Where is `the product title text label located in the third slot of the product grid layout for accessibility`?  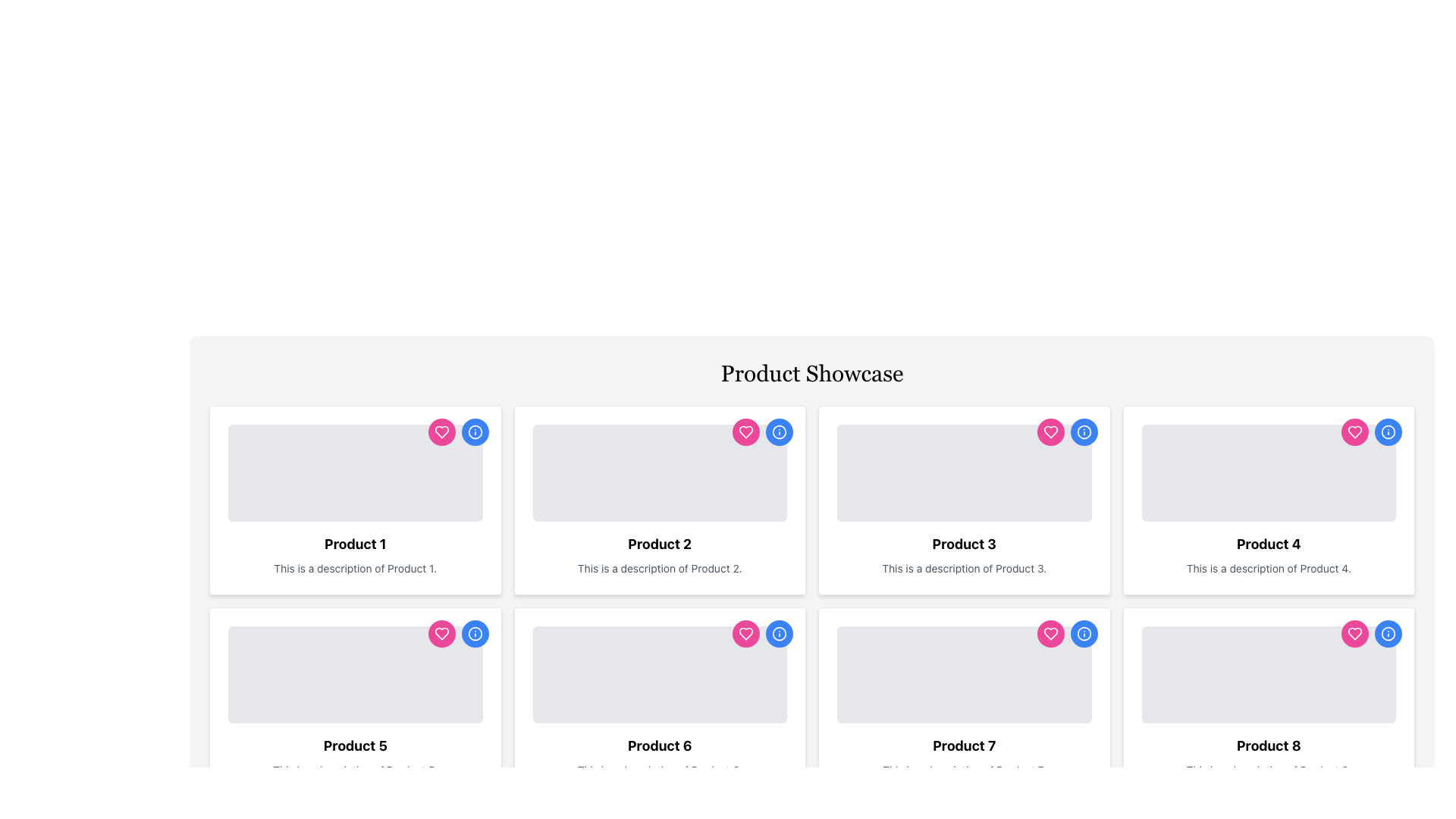
the product title text label located in the third slot of the product grid layout for accessibility is located at coordinates (963, 543).